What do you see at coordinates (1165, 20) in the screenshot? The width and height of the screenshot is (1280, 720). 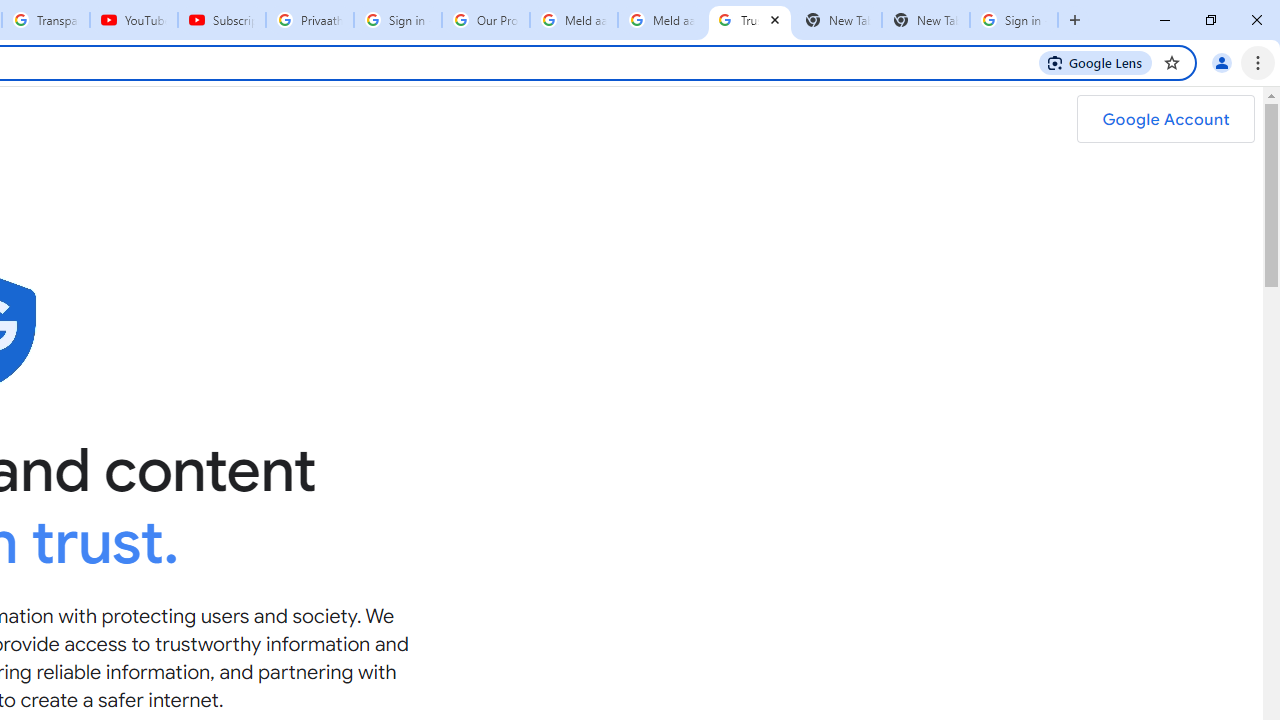 I see `'Minimize'` at bounding box center [1165, 20].